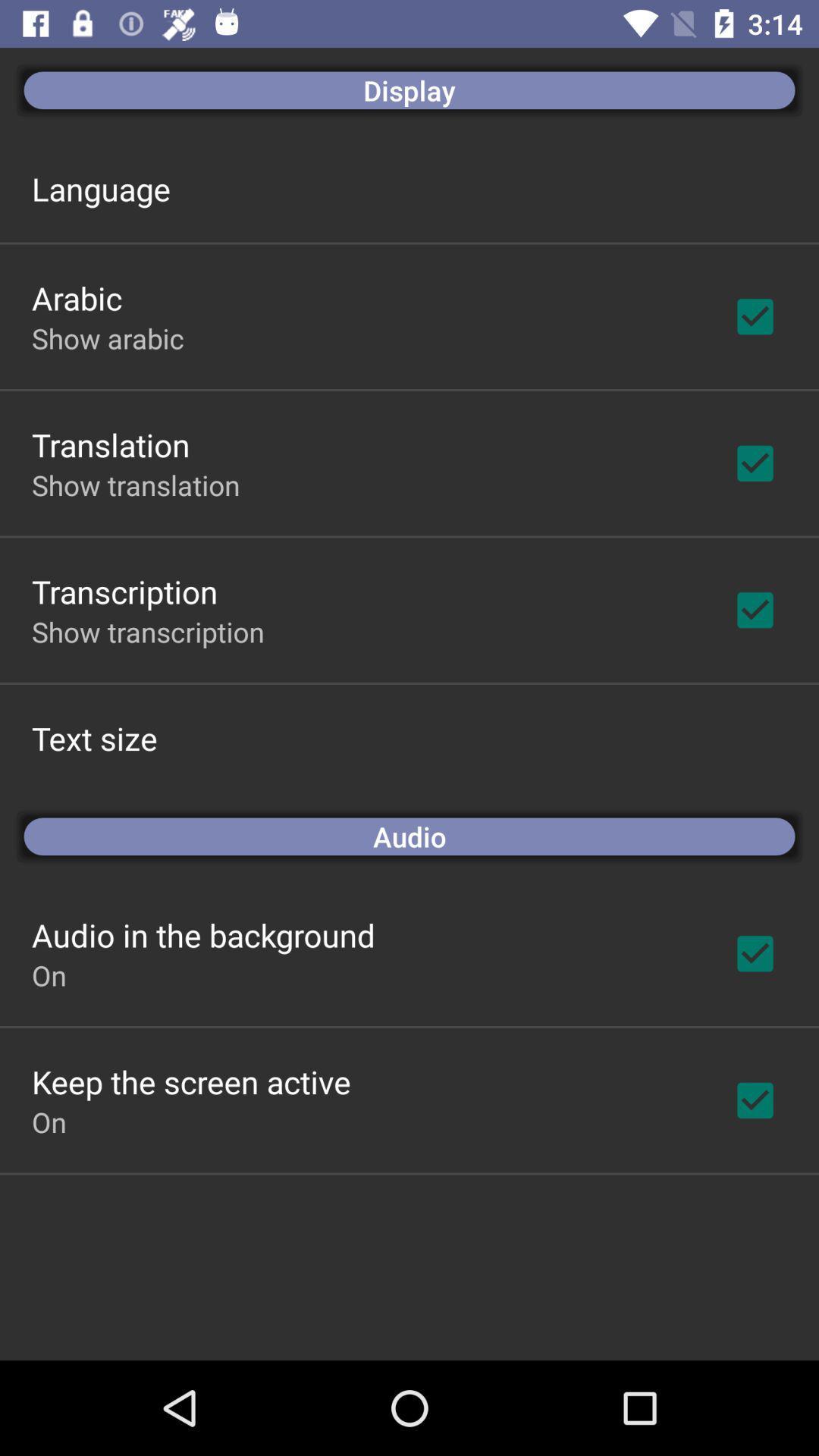 The height and width of the screenshot is (1456, 819). I want to click on the app above arabic icon, so click(101, 188).